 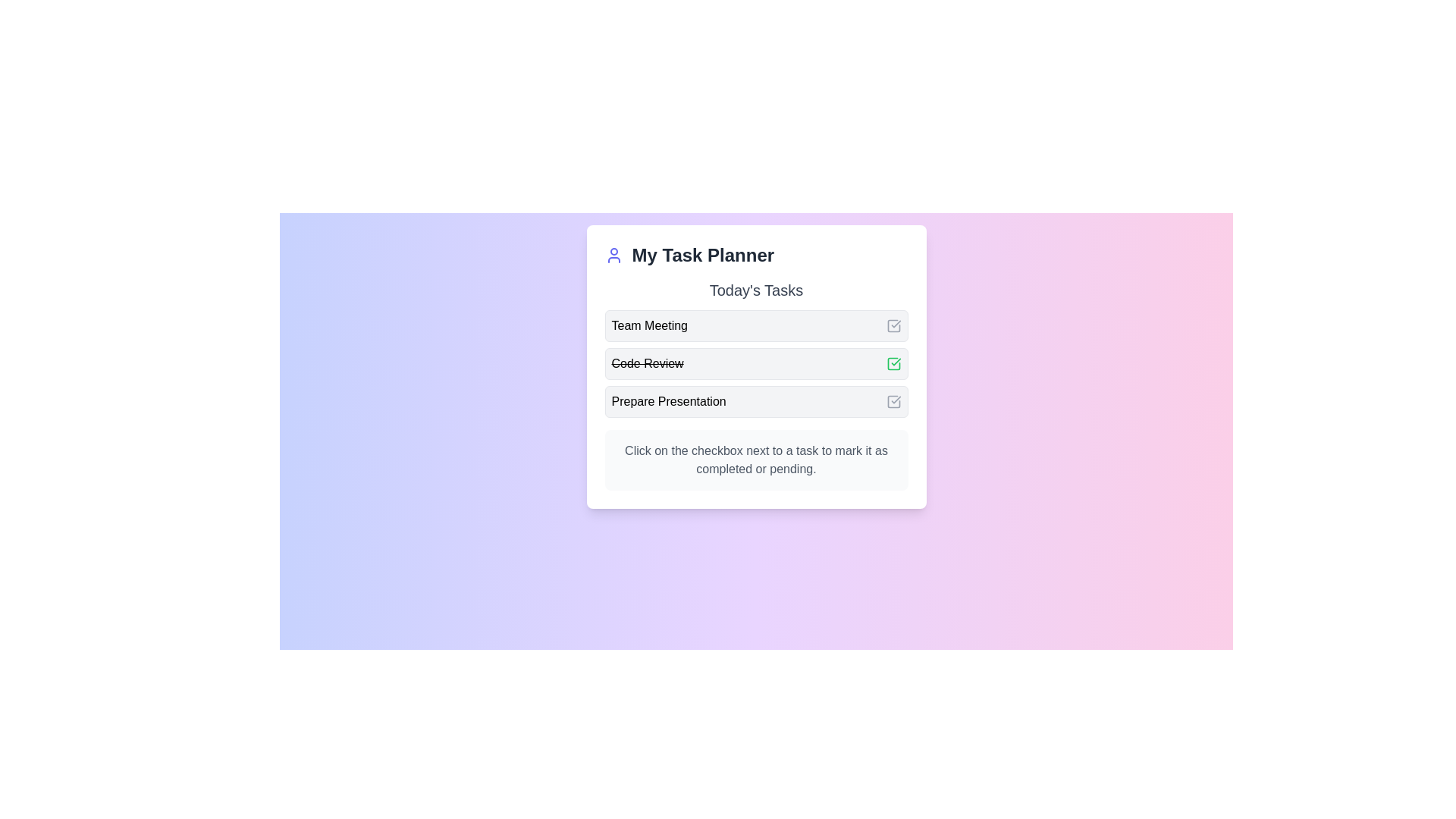 I want to click on the checkbox styled with a gray border and a bold red checkmark located under the 'Team Meeting' row in 'Today's Tasks', so click(x=893, y=325).